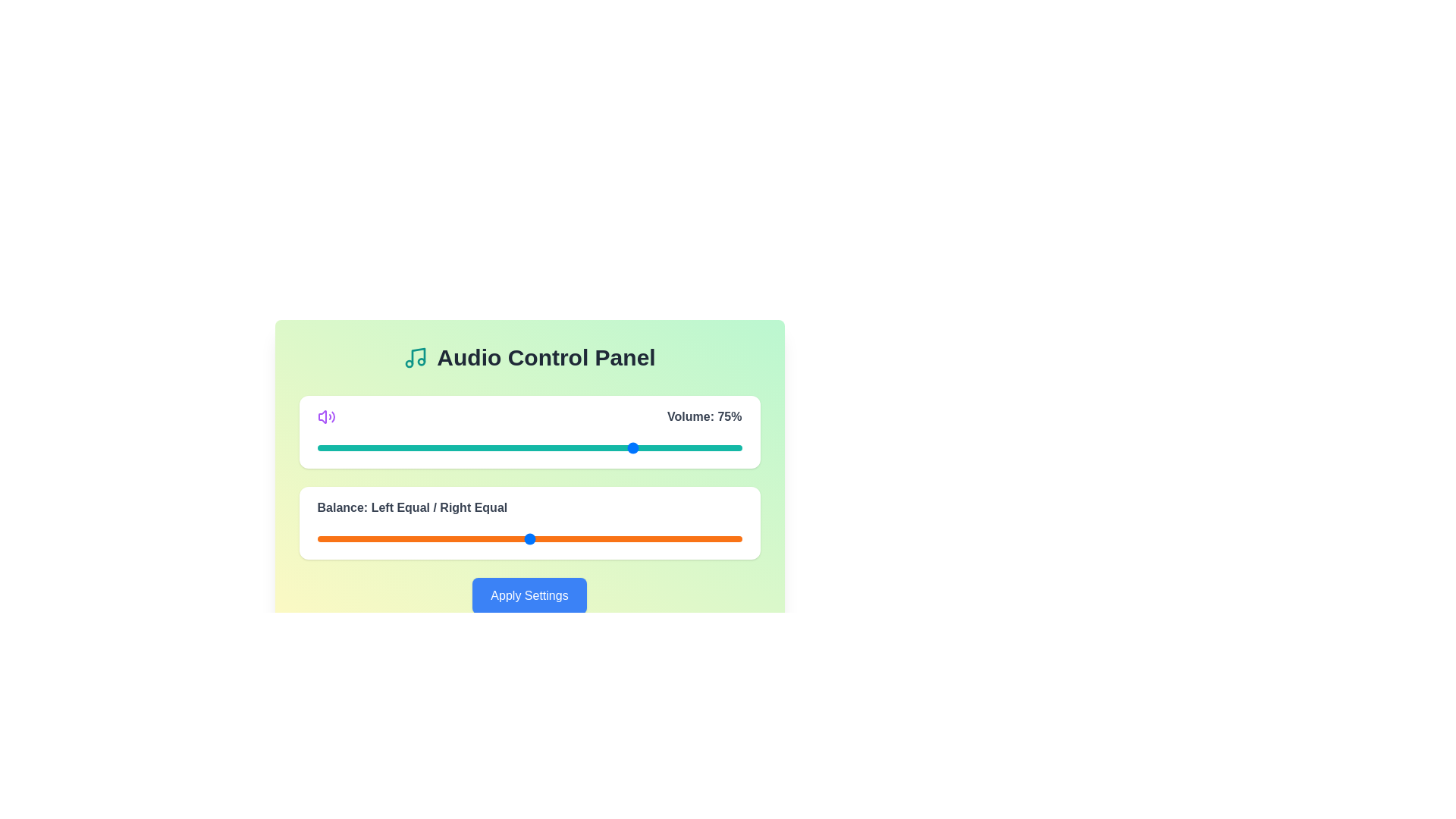 The width and height of the screenshot is (1456, 819). What do you see at coordinates (495, 447) in the screenshot?
I see `the volume slider to 42 percent` at bounding box center [495, 447].